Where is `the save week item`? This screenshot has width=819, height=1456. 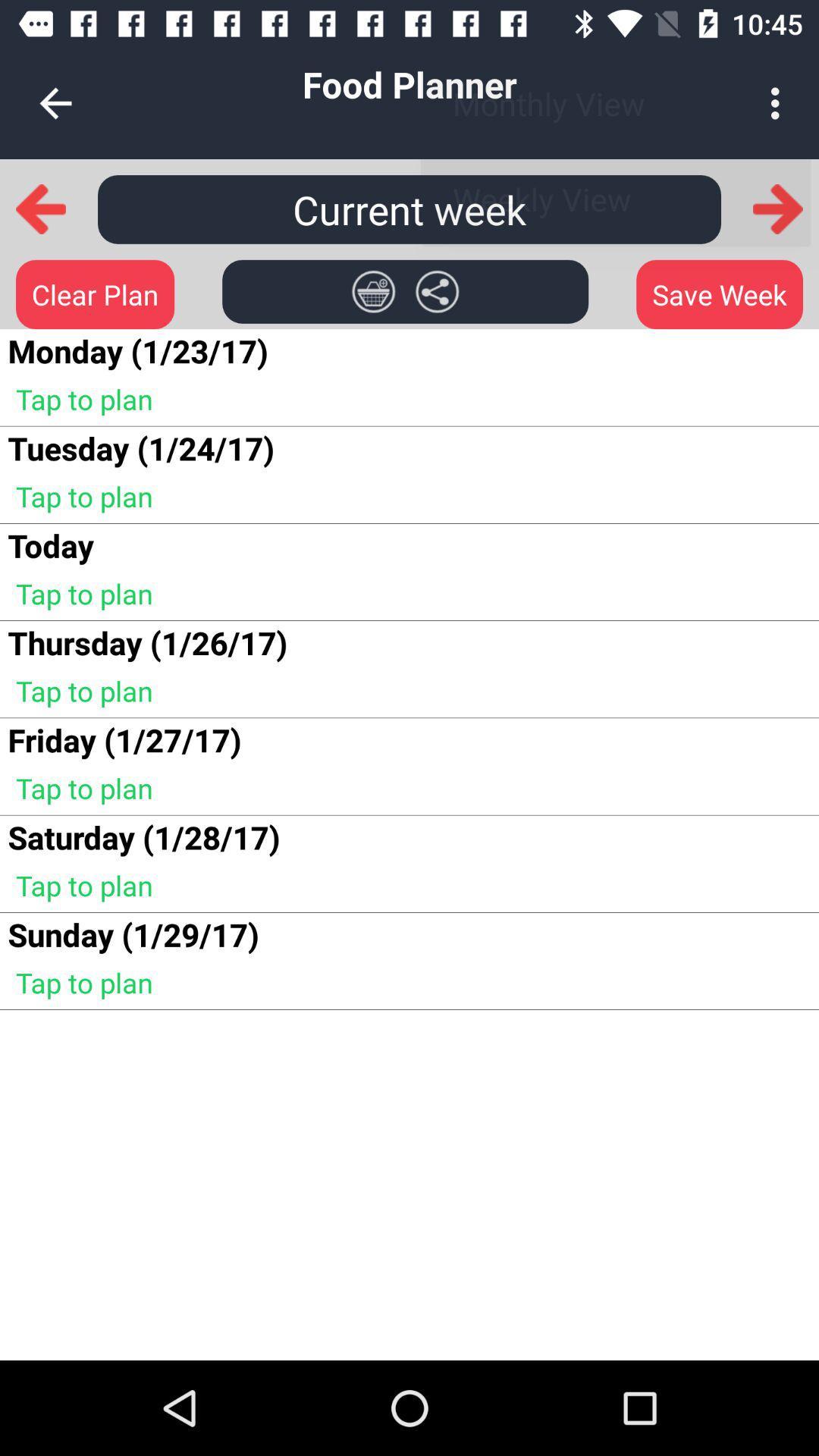
the save week item is located at coordinates (719, 294).